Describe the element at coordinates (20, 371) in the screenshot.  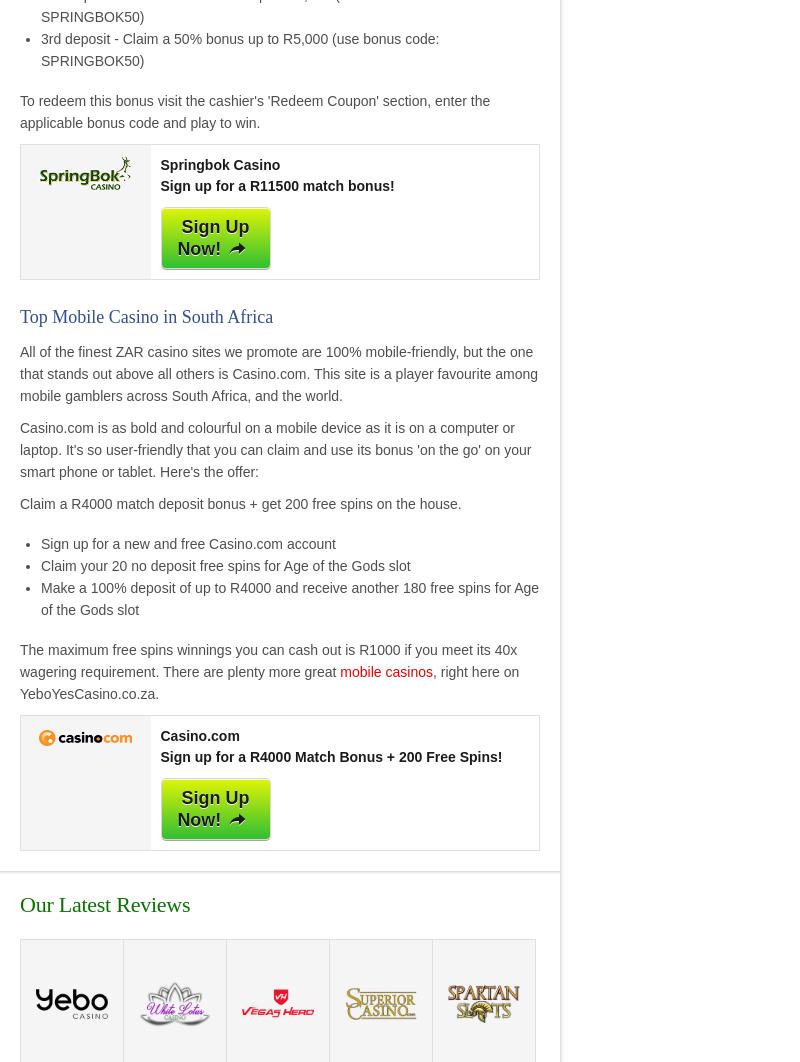
I see `'All of the finest ZAR casino sites we promote are 100% mobile-friendly, but the one that stands out above all others is Casino.com. This site is a player favourite among mobile gamblers across South Africa, and the world.'` at that location.